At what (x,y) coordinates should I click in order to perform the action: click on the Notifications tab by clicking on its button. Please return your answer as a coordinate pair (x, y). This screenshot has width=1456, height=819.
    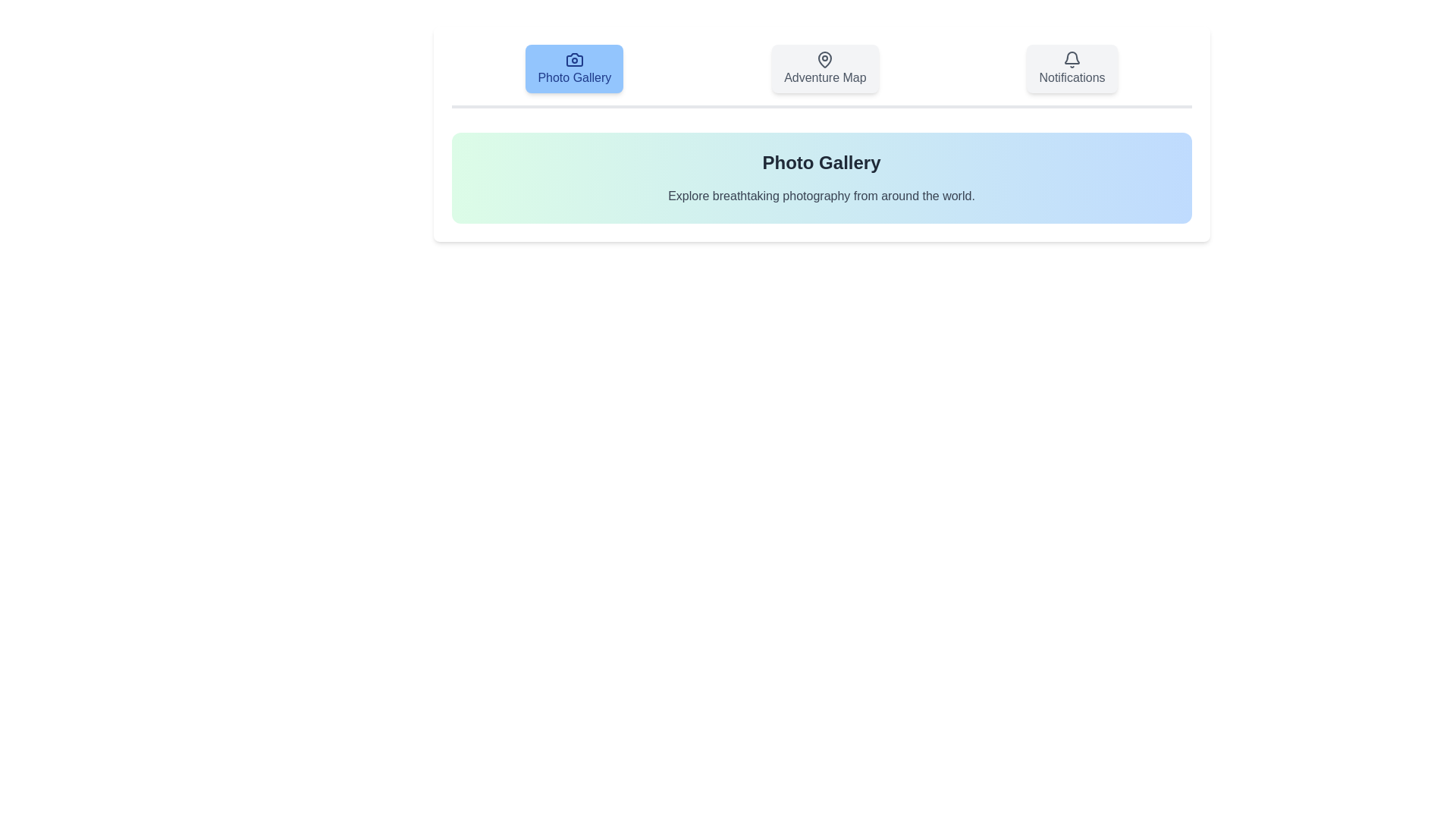
    Looking at the image, I should click on (1072, 69).